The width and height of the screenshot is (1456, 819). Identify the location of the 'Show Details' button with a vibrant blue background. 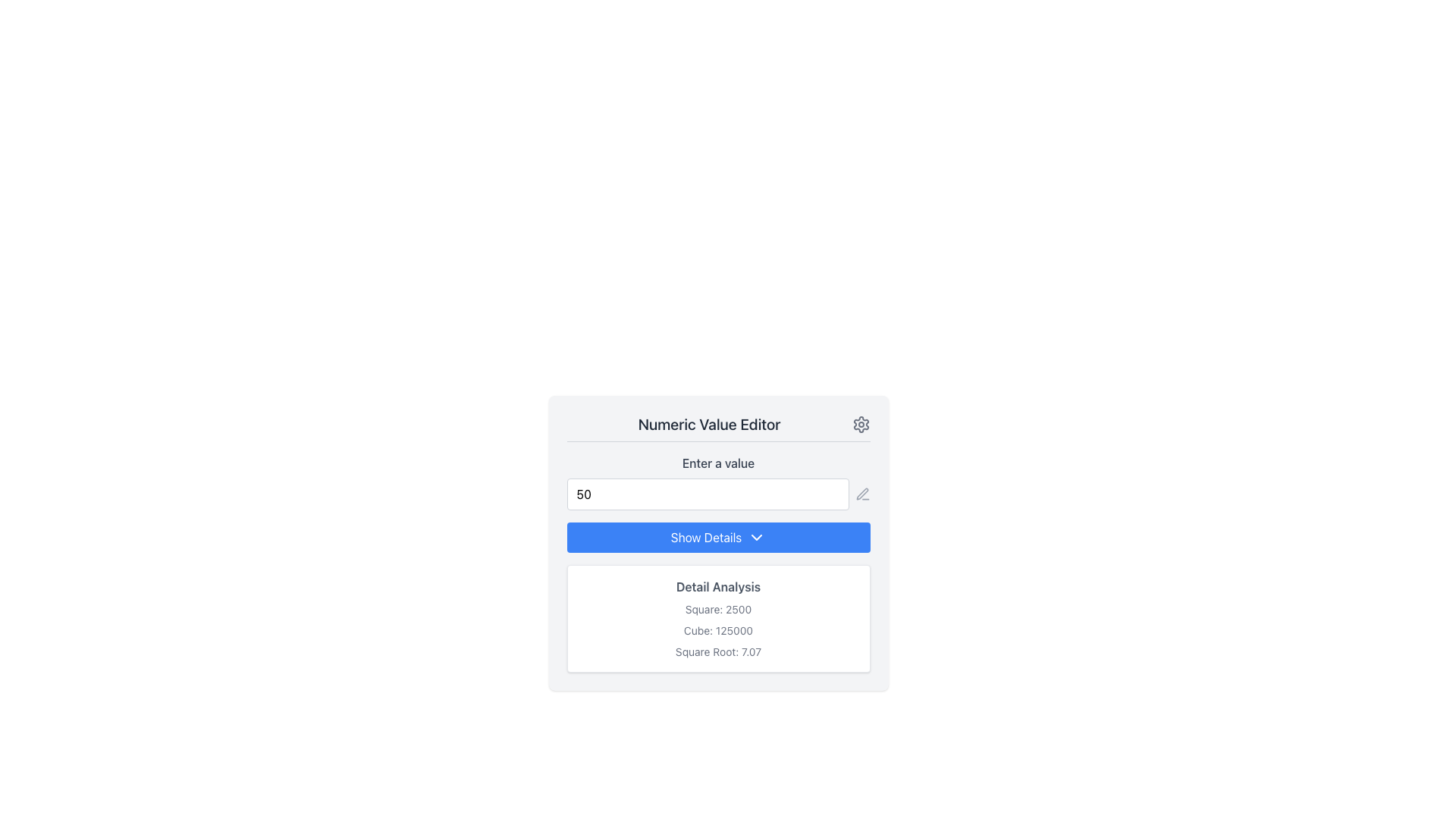
(717, 542).